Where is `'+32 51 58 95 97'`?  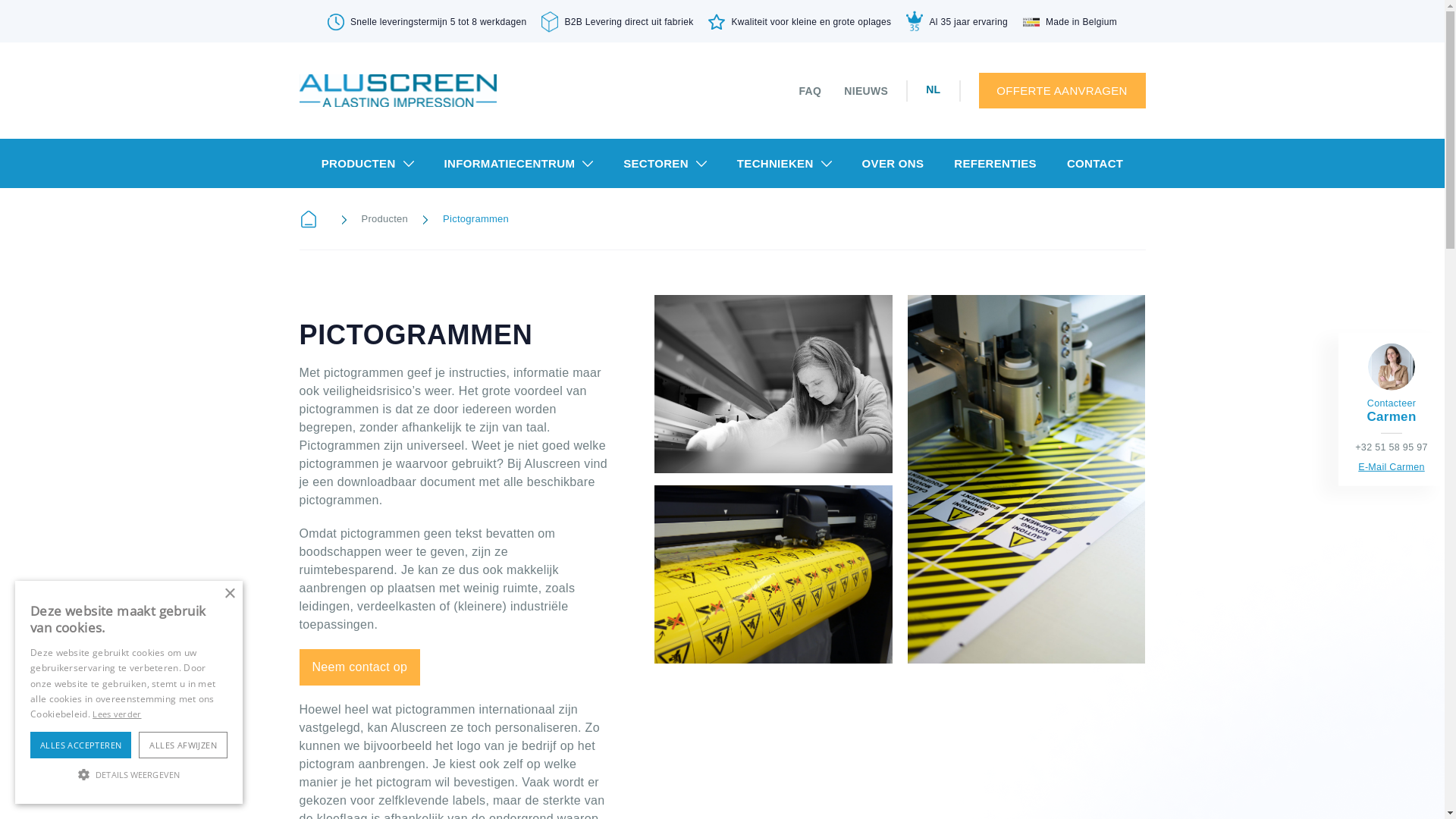
'+32 51 58 95 97' is located at coordinates (1391, 447).